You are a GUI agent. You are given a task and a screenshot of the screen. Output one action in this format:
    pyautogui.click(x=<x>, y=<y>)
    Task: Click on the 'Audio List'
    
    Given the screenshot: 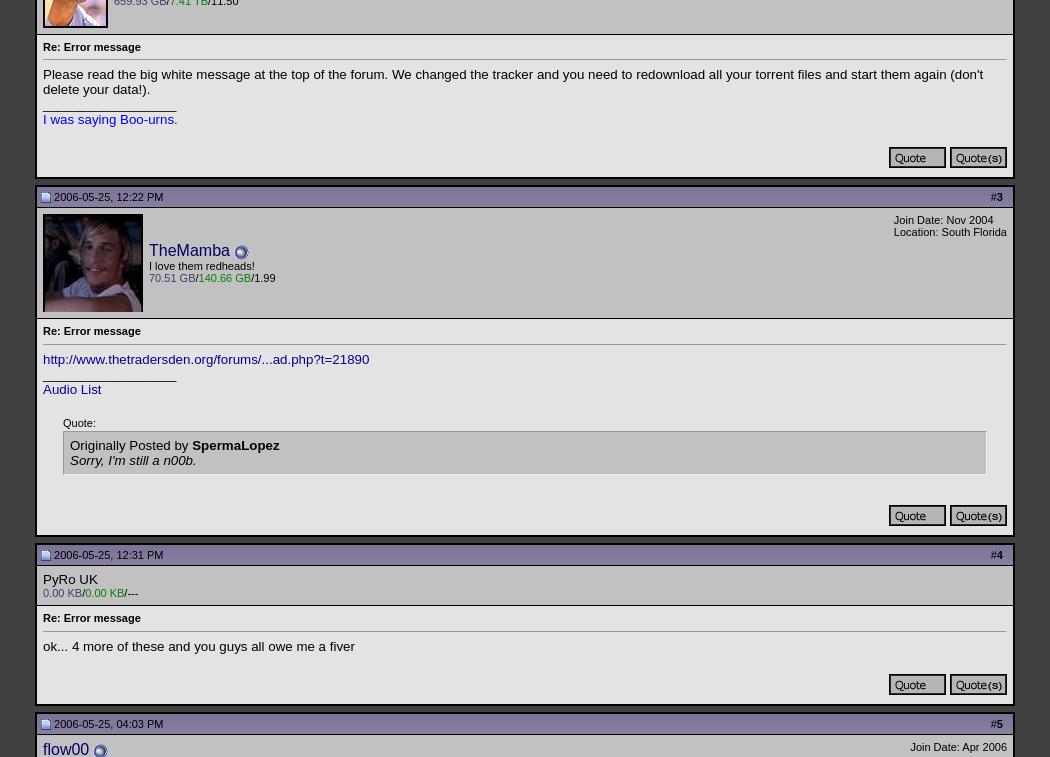 What is the action you would take?
    pyautogui.click(x=42, y=388)
    